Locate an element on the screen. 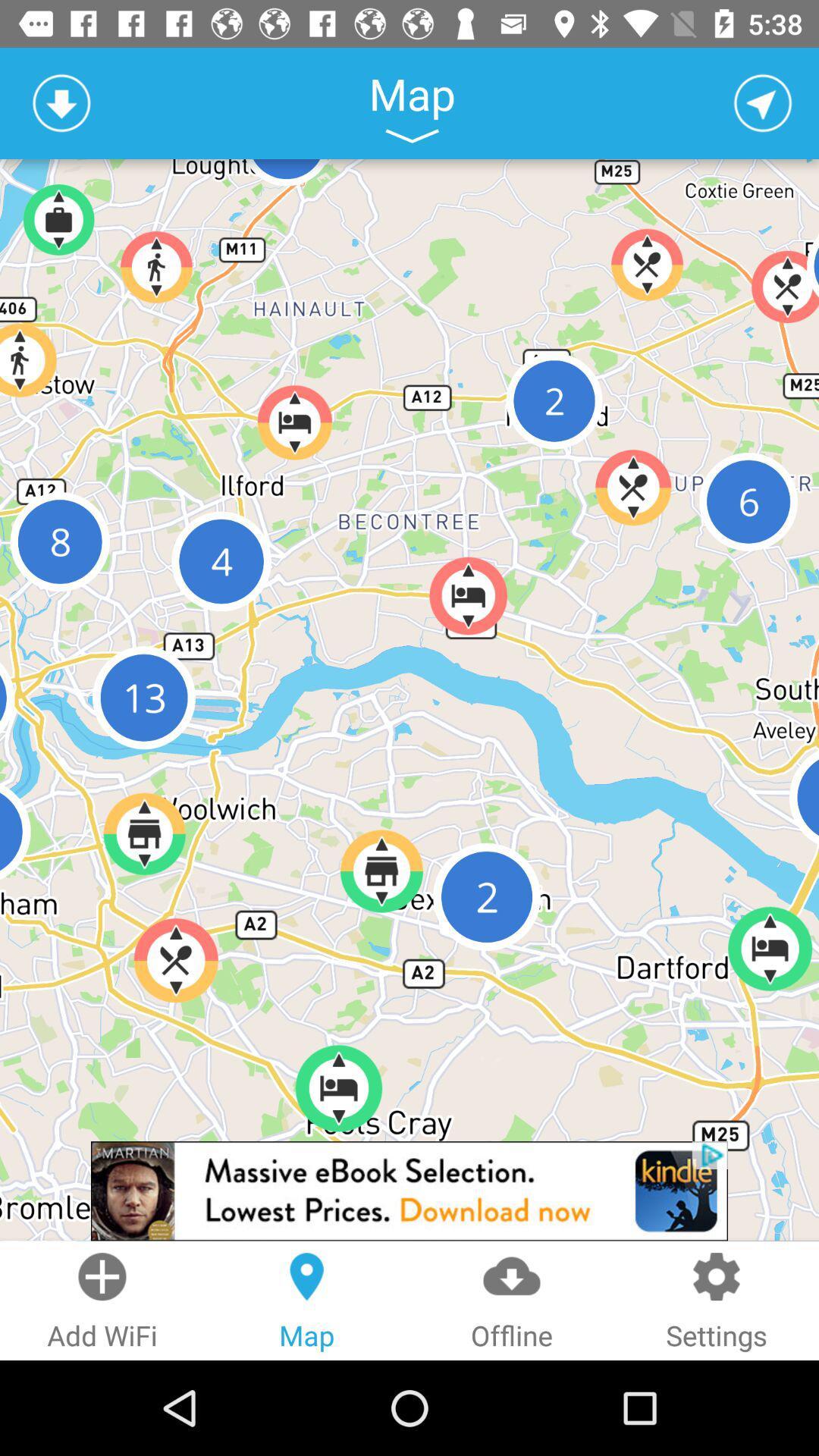 The height and width of the screenshot is (1456, 819). the location is located at coordinates (763, 102).